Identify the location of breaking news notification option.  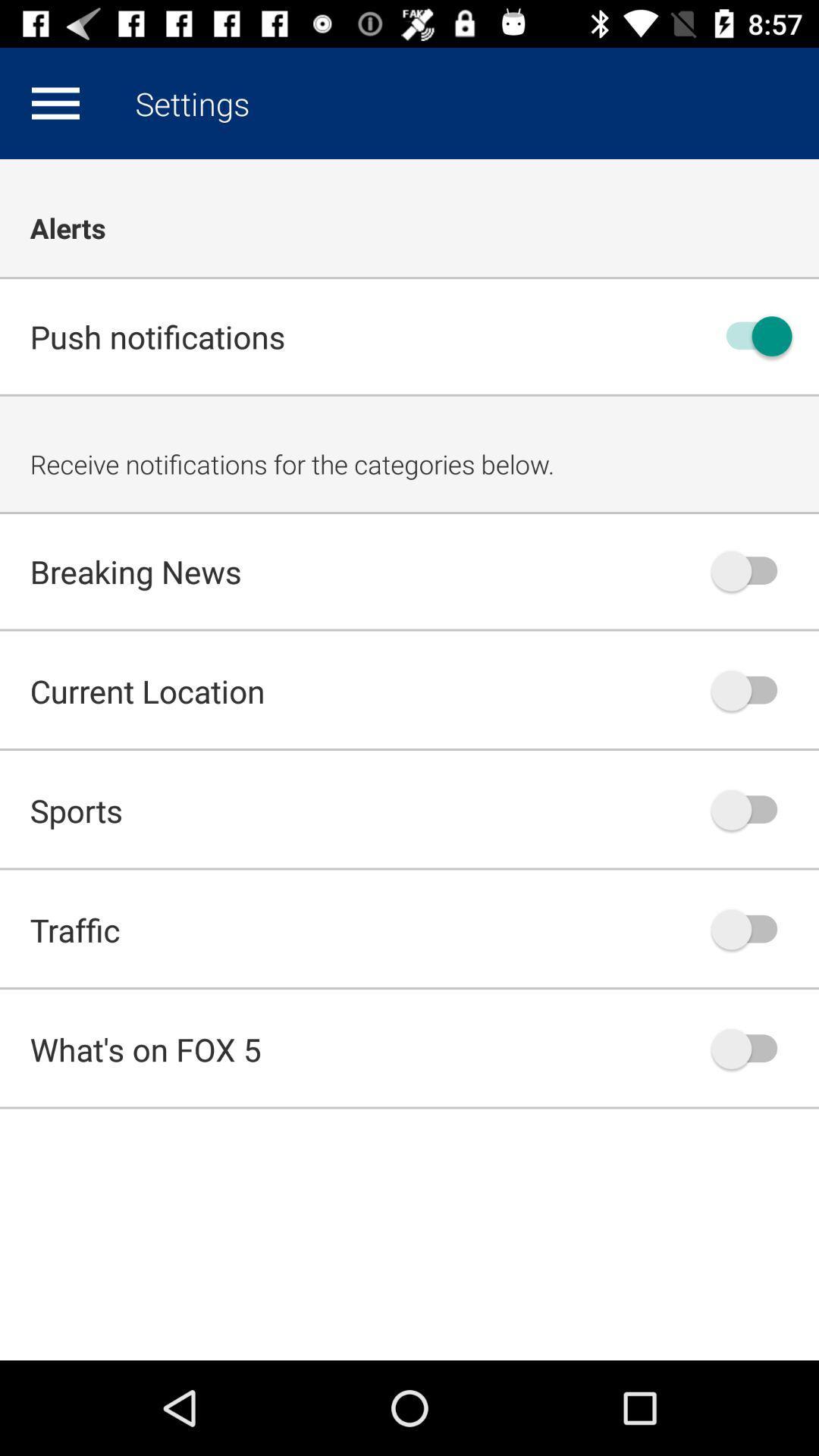
(752, 570).